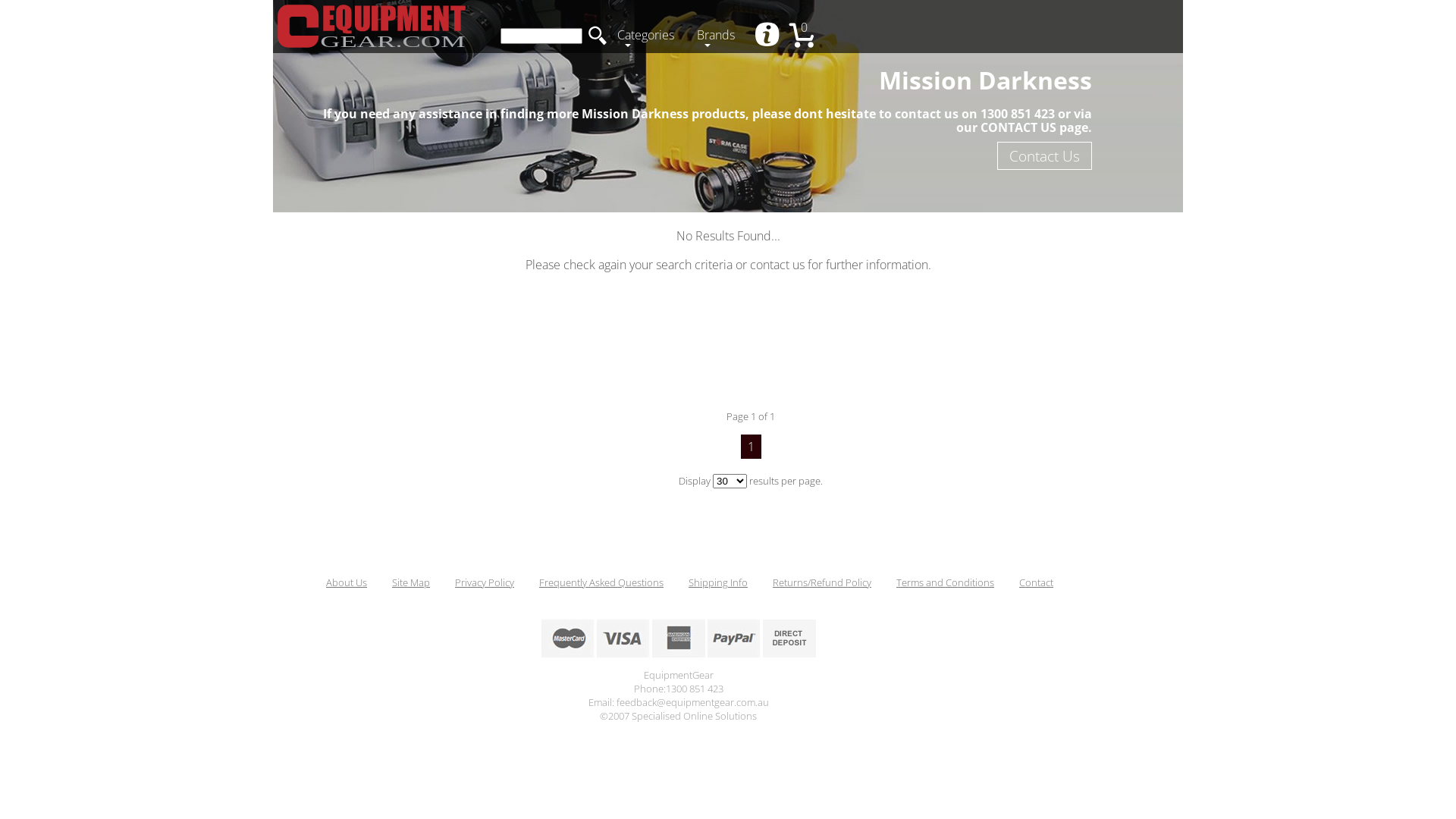 The height and width of the screenshot is (819, 1456). Describe the element at coordinates (719, 36) in the screenshot. I see `'Brands'` at that location.